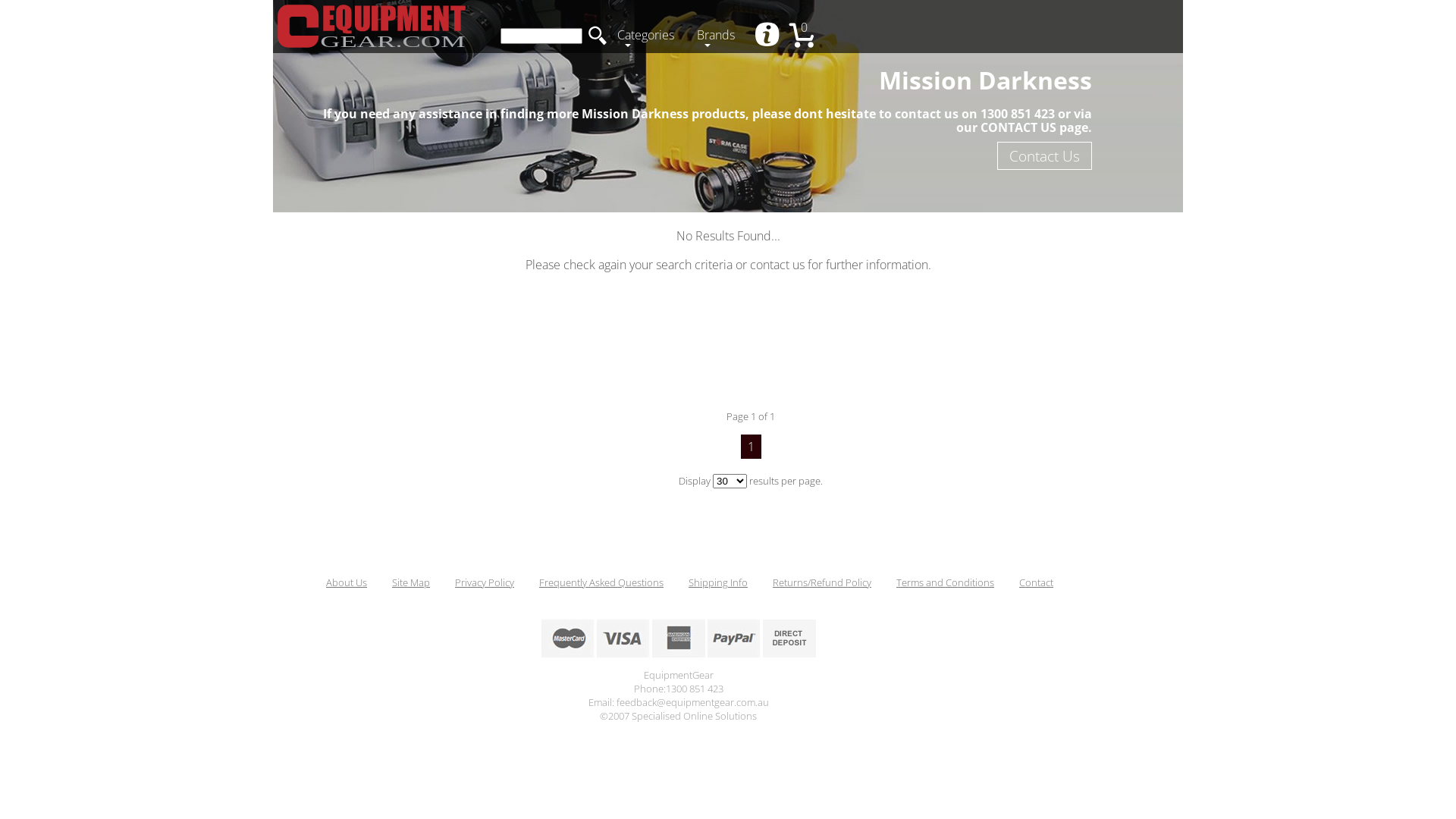 The height and width of the screenshot is (819, 1456). Describe the element at coordinates (719, 36) in the screenshot. I see `'Brands'` at that location.